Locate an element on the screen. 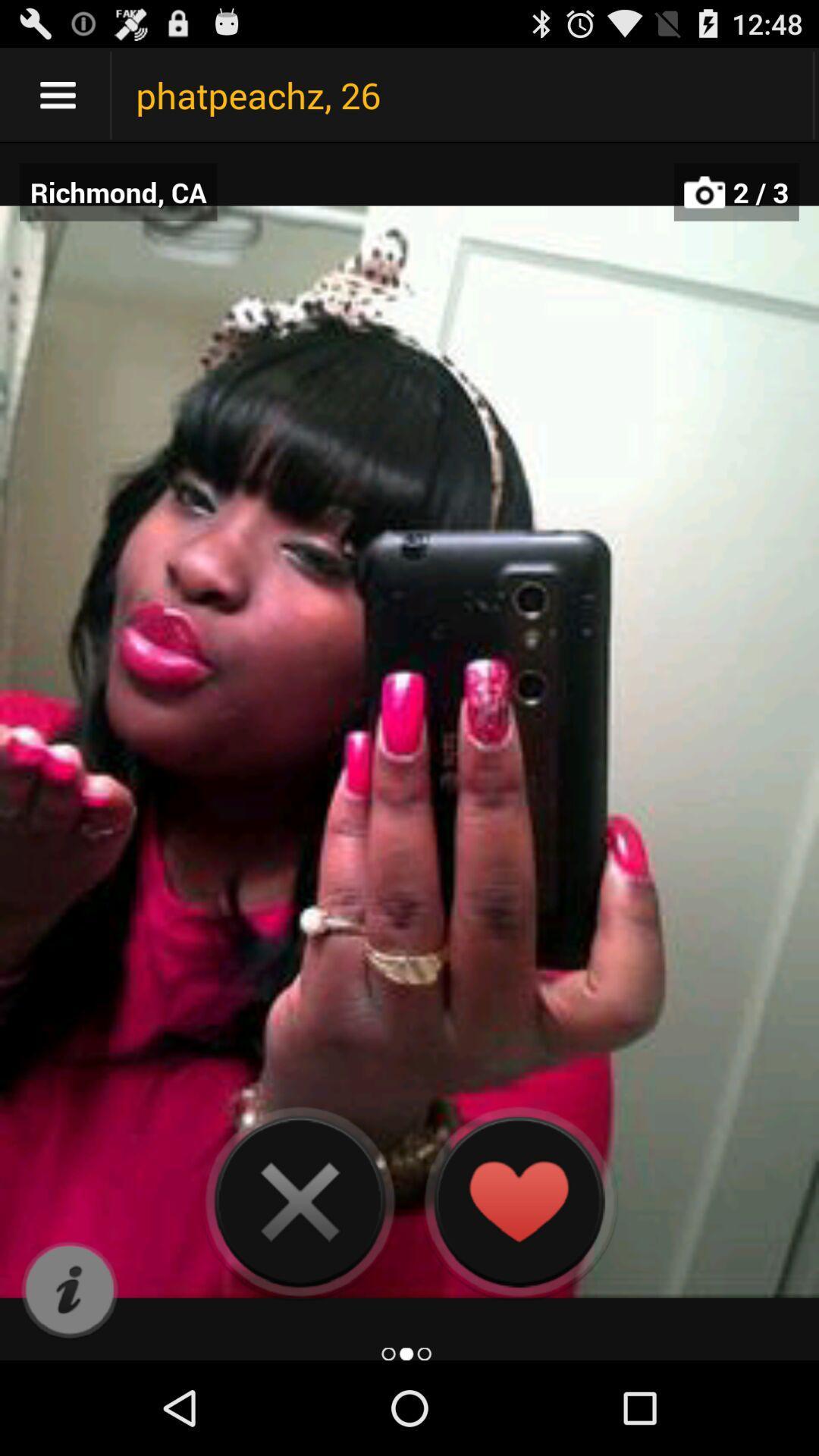 This screenshot has height=1456, width=819. close is located at coordinates (300, 1200).